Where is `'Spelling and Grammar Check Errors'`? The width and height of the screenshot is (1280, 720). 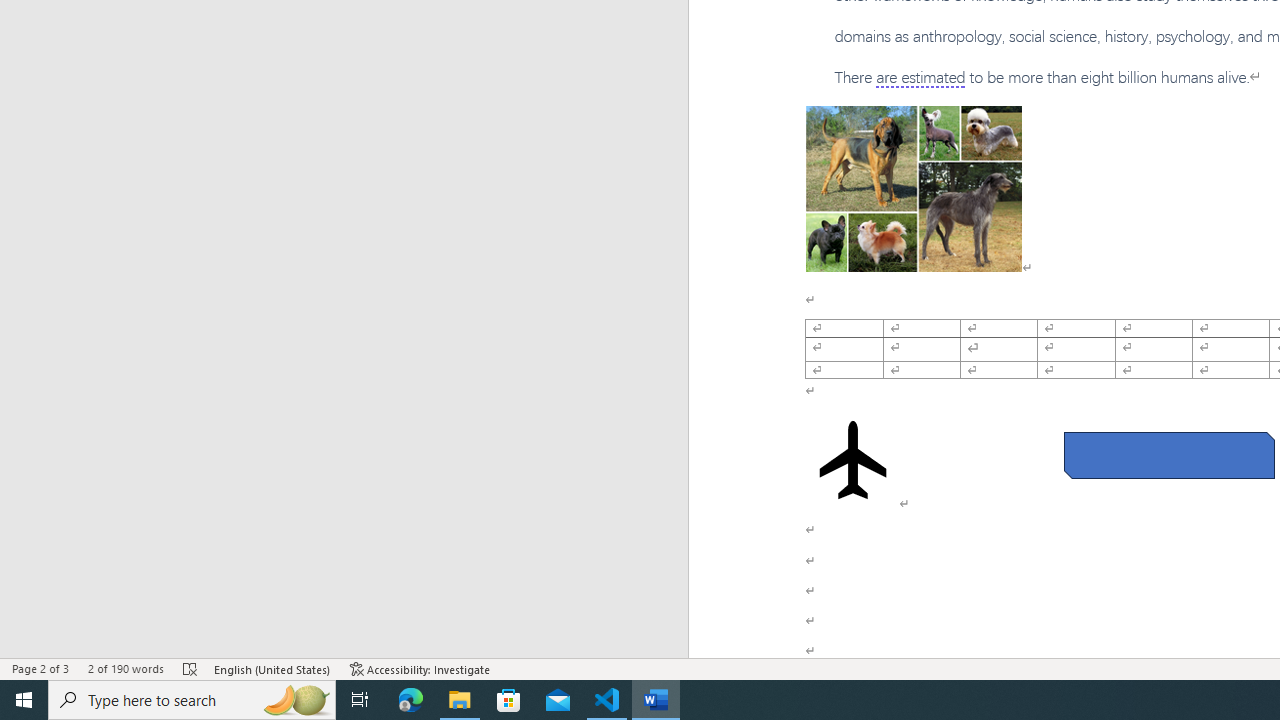 'Spelling and Grammar Check Errors' is located at coordinates (191, 669).